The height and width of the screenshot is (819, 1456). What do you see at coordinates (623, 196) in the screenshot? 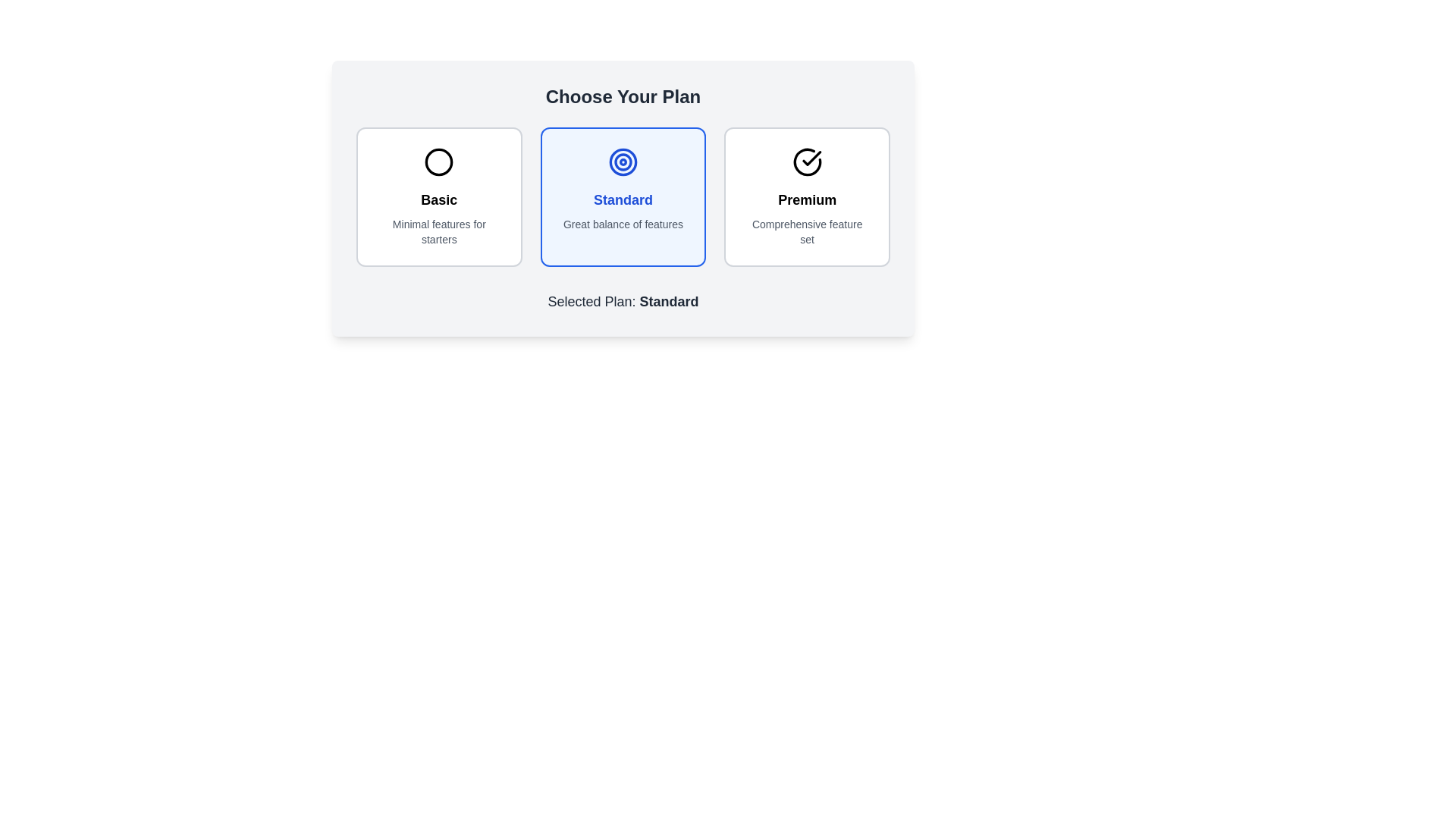
I see `the centrally highlighted plan option in the 'Choose Your Plan' grid layout` at bounding box center [623, 196].